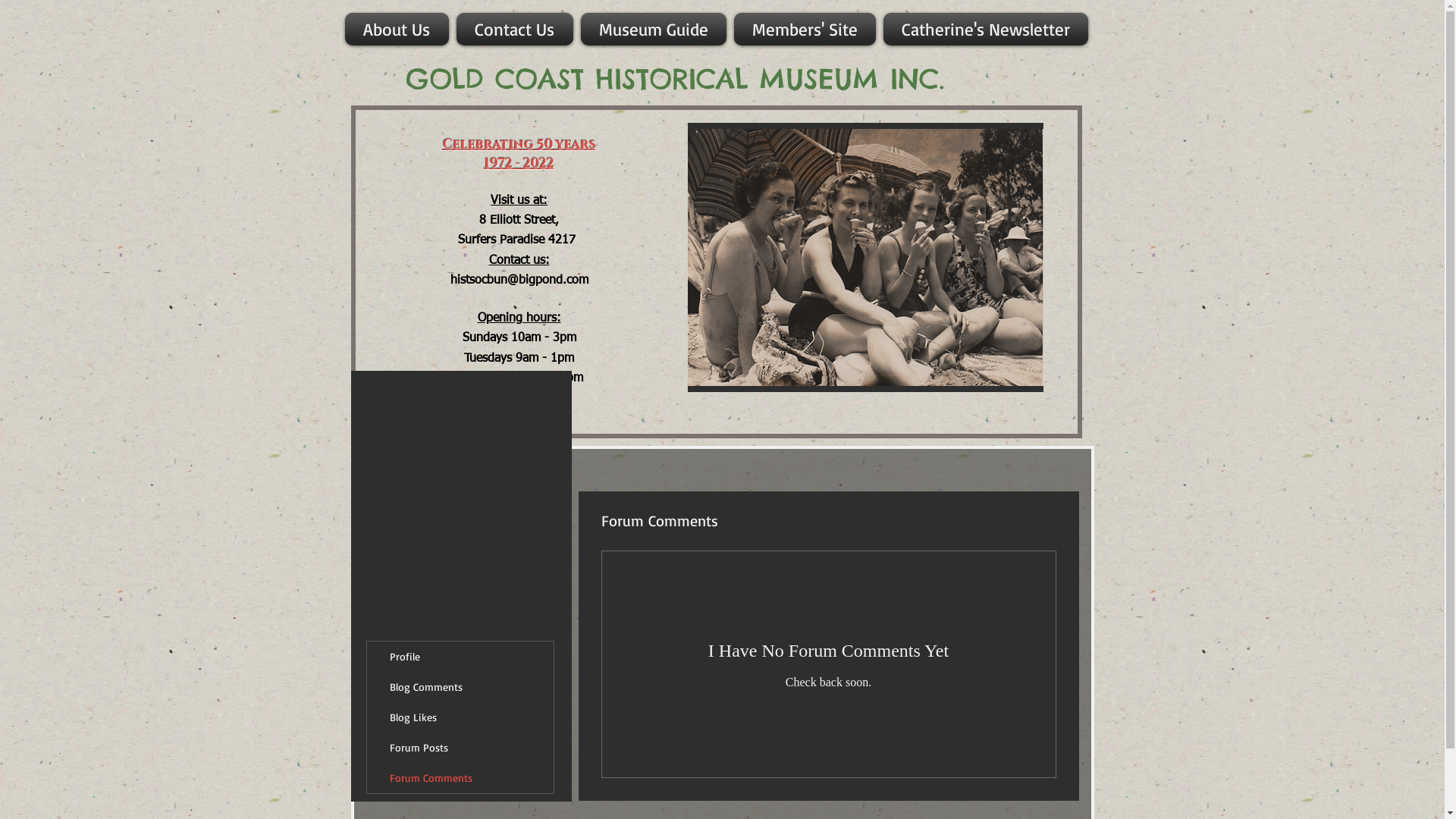 This screenshot has width=1456, height=819. Describe the element at coordinates (459, 778) in the screenshot. I see `'Forum Comments'` at that location.